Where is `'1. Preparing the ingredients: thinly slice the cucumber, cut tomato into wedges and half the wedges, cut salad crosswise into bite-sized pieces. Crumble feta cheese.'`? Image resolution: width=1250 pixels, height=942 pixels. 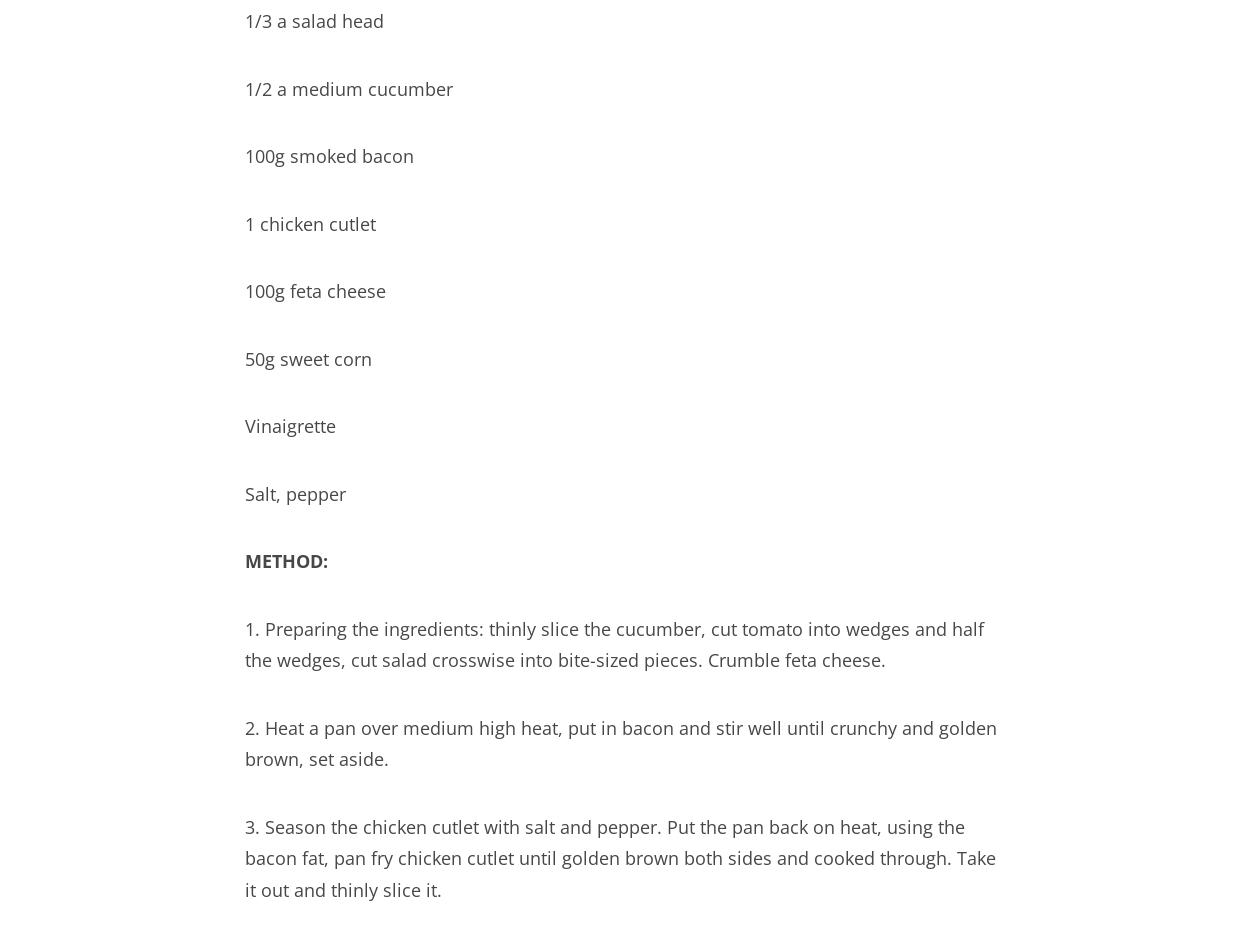 '1. Preparing the ingredients: thinly slice the cucumber, cut tomato into wedges and half the wedges, cut salad crosswise into bite-sized pieces. Crumble feta cheese.' is located at coordinates (613, 643).